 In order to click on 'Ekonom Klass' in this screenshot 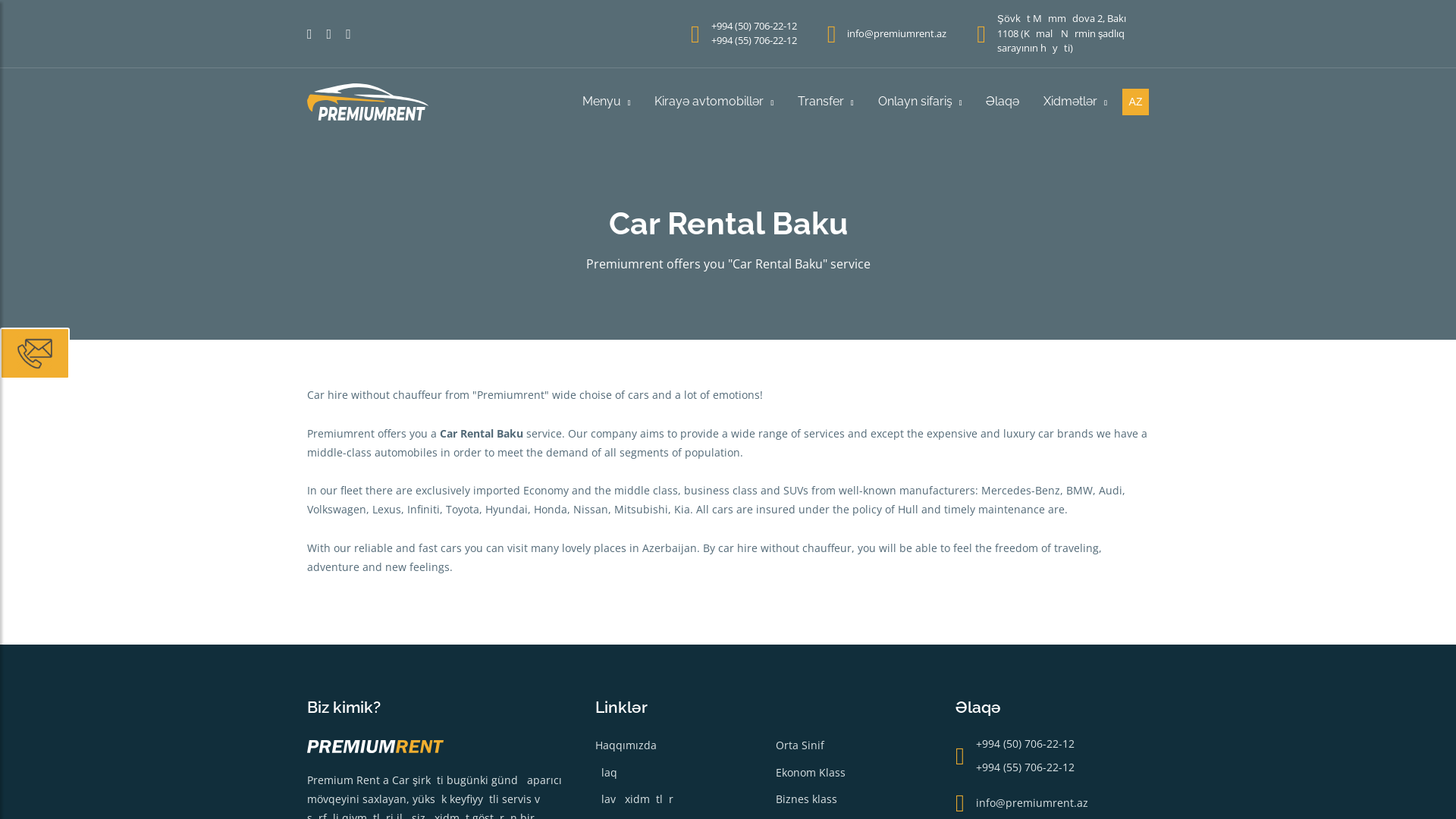, I will do `click(809, 772)`.